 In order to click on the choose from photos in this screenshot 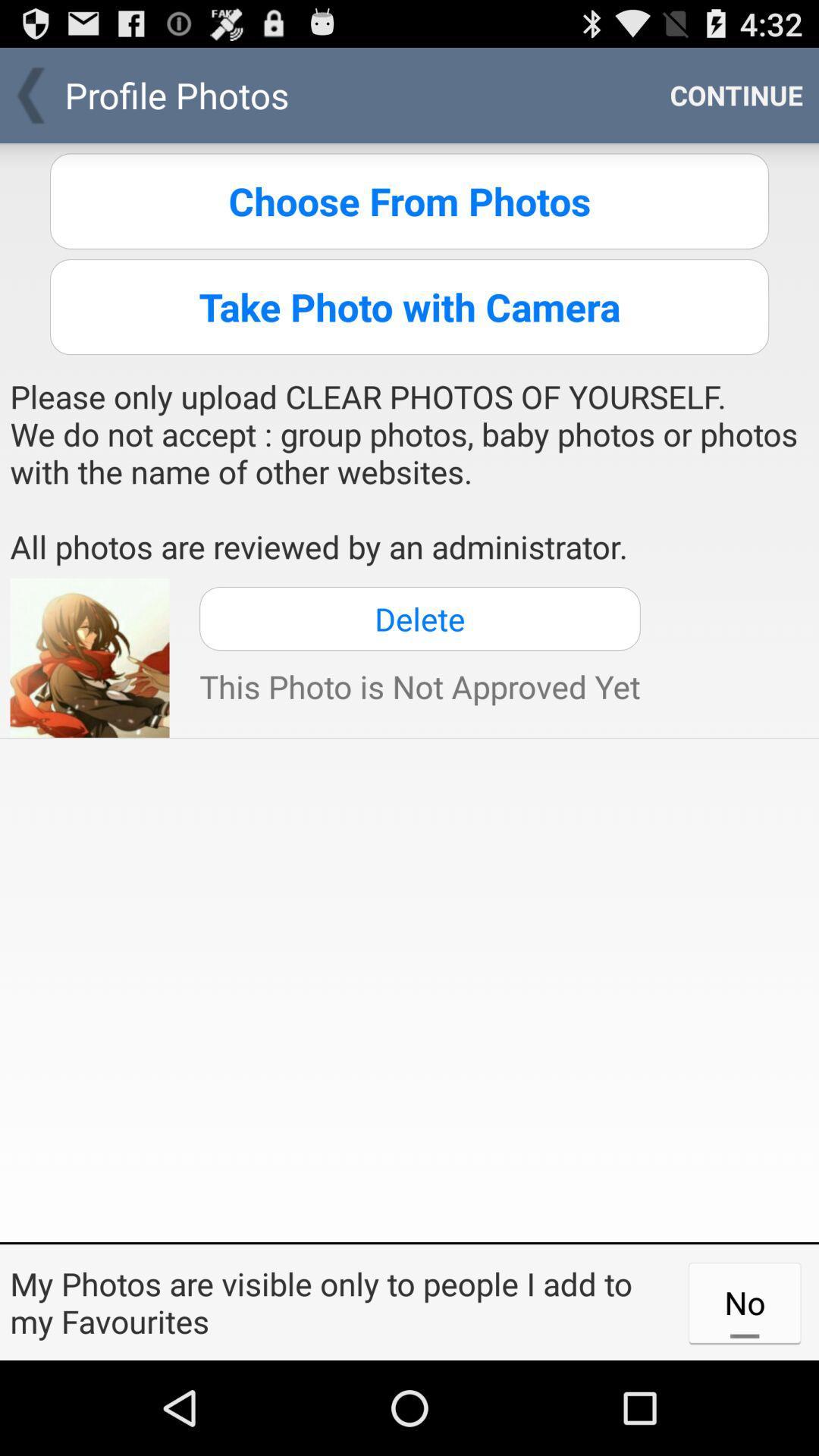, I will do `click(409, 200)`.